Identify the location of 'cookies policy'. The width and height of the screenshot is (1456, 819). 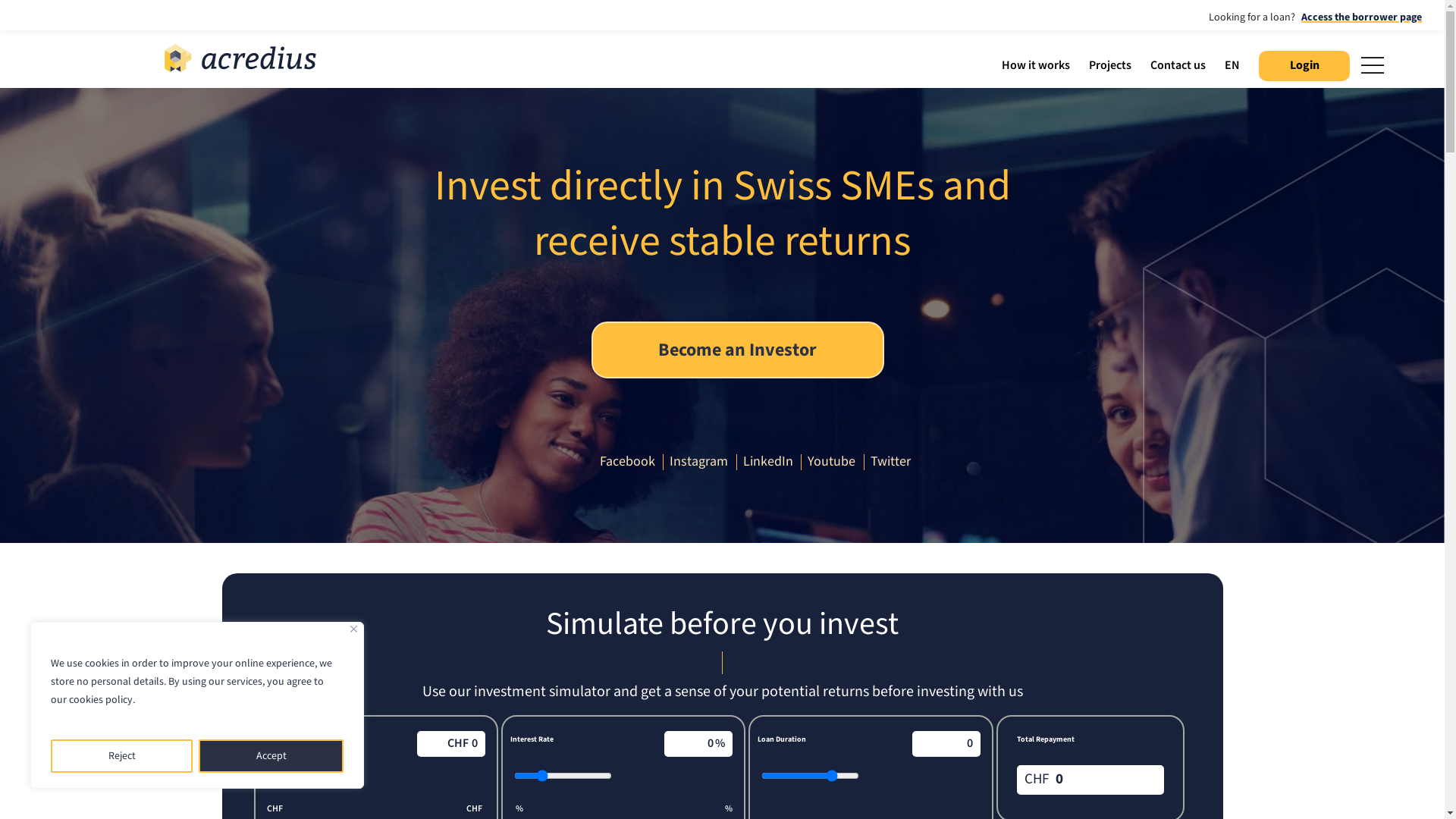
(100, 699).